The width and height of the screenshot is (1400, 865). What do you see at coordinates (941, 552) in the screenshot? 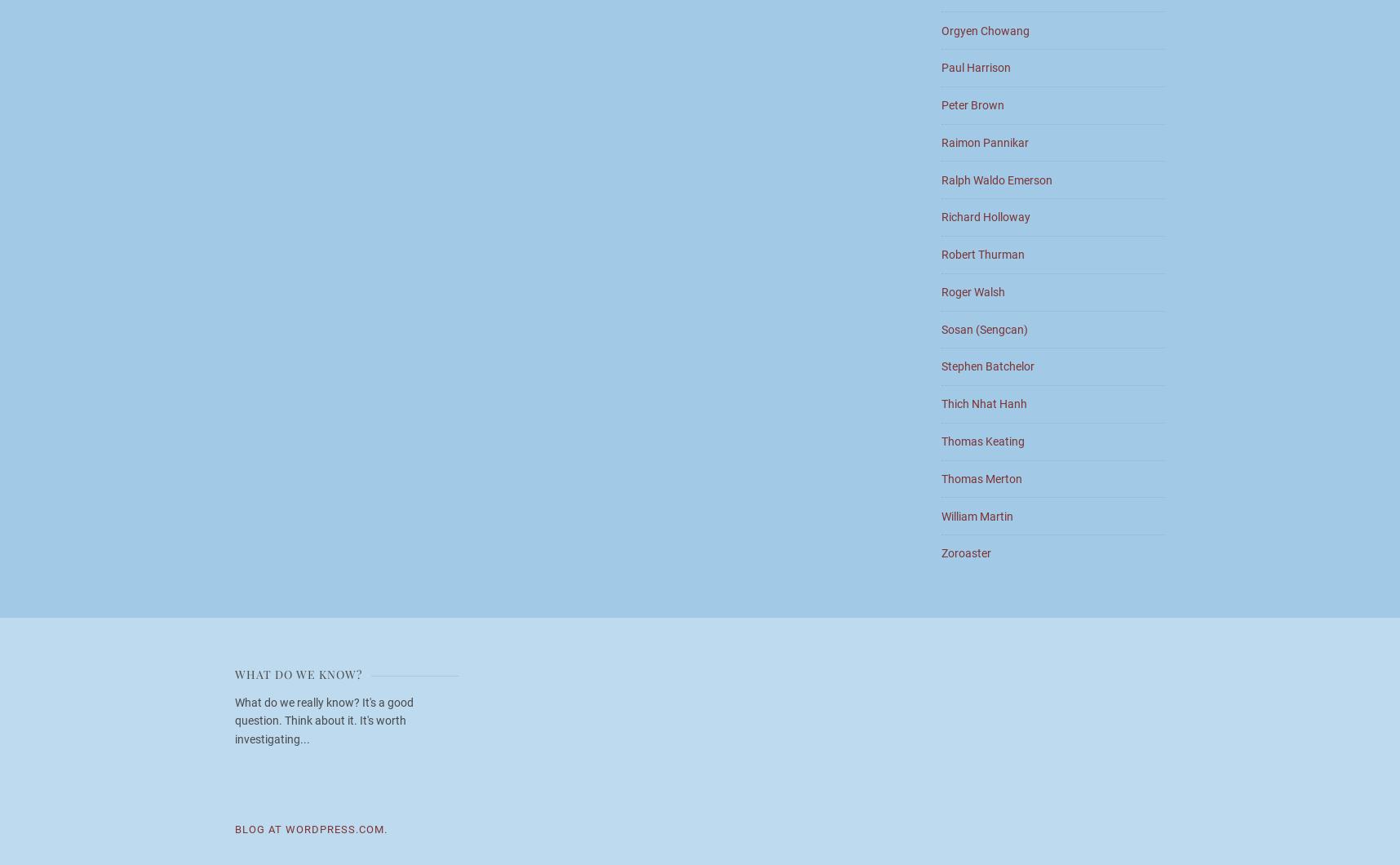
I see `'Zoroaster'` at bounding box center [941, 552].